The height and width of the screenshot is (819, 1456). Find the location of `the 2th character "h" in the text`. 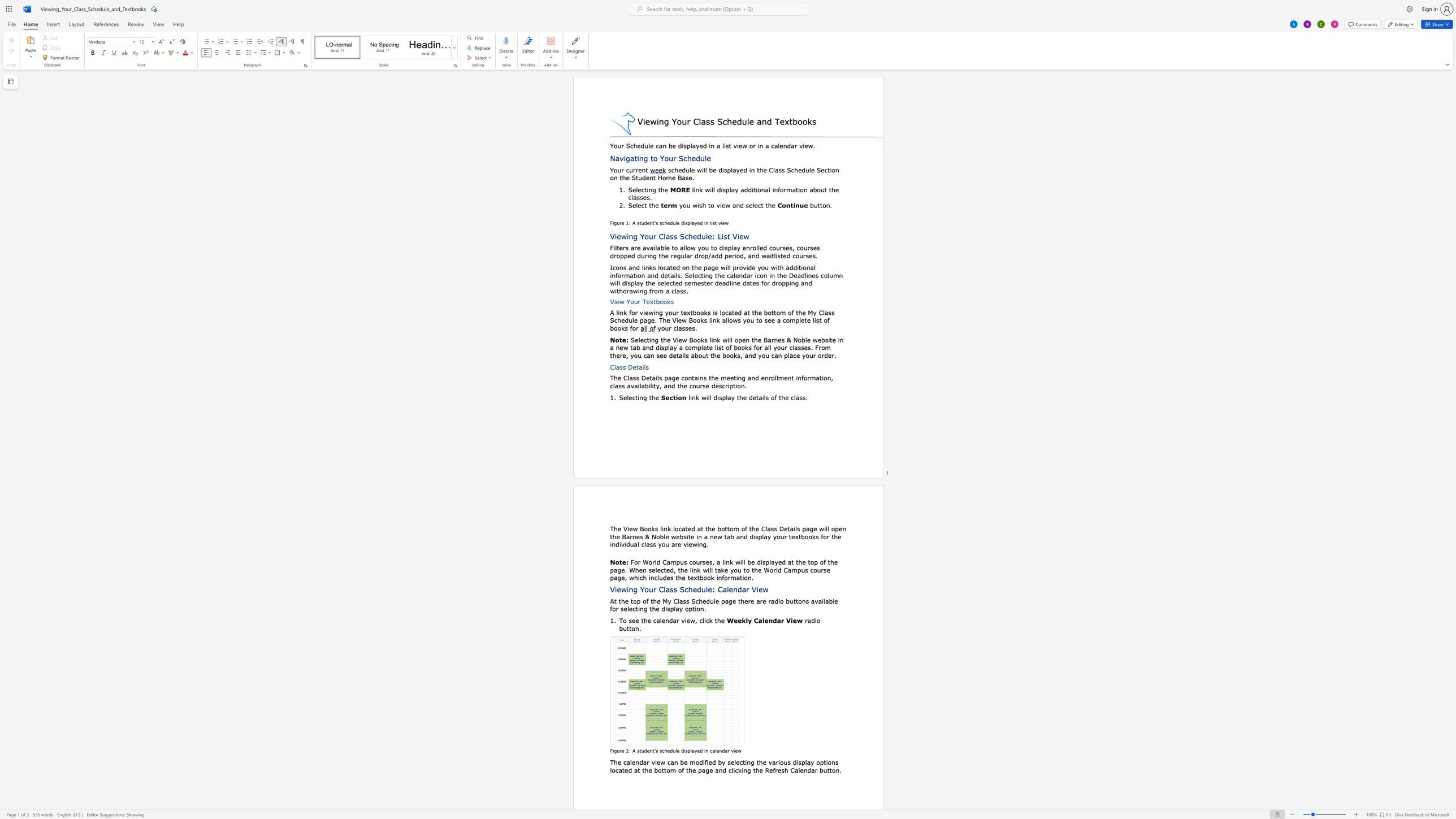

the 2th character "h" in the text is located at coordinates (718, 620).